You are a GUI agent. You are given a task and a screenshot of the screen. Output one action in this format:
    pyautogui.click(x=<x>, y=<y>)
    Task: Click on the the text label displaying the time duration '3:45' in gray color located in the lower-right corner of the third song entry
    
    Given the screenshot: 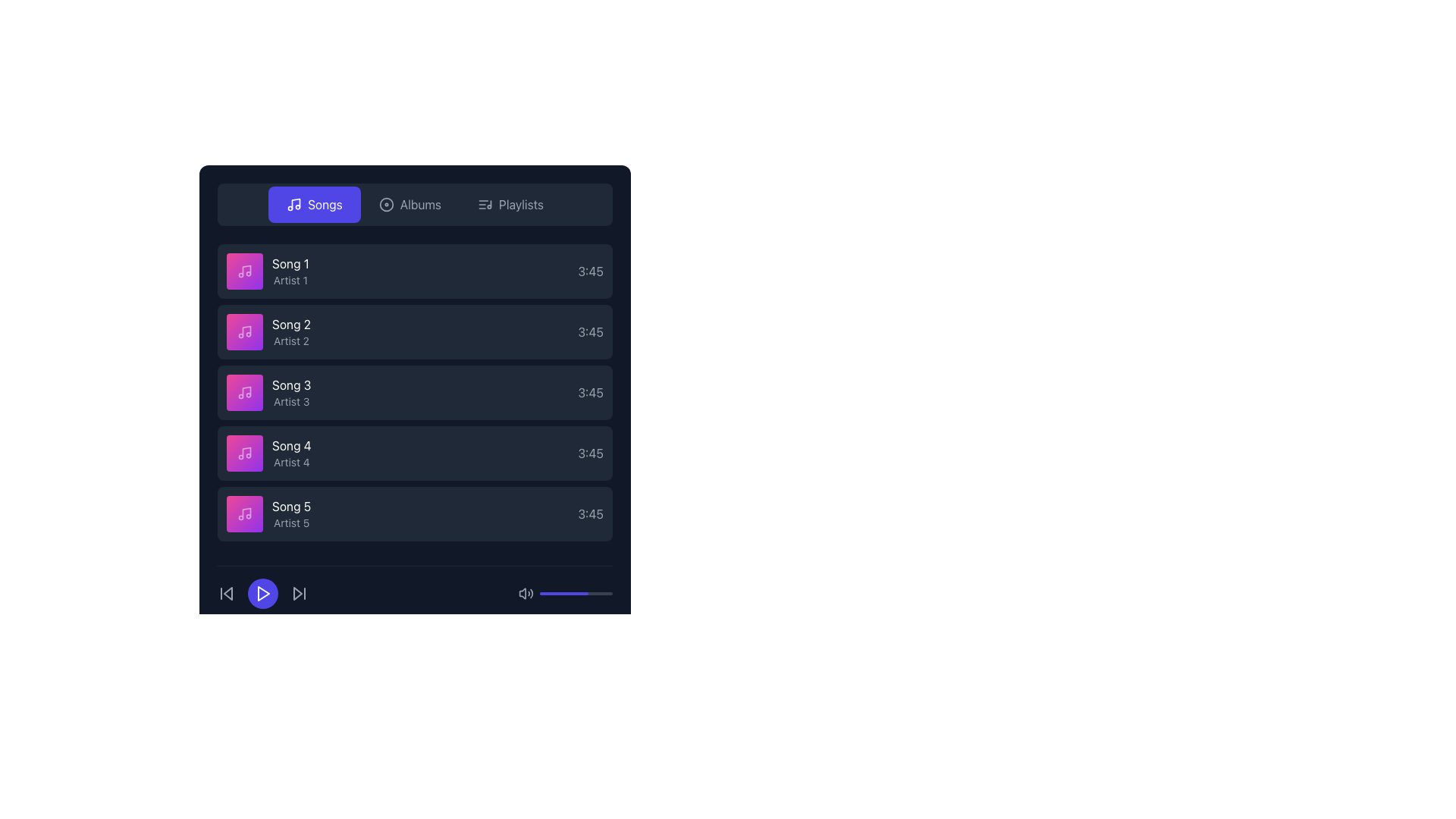 What is the action you would take?
    pyautogui.click(x=590, y=391)
    